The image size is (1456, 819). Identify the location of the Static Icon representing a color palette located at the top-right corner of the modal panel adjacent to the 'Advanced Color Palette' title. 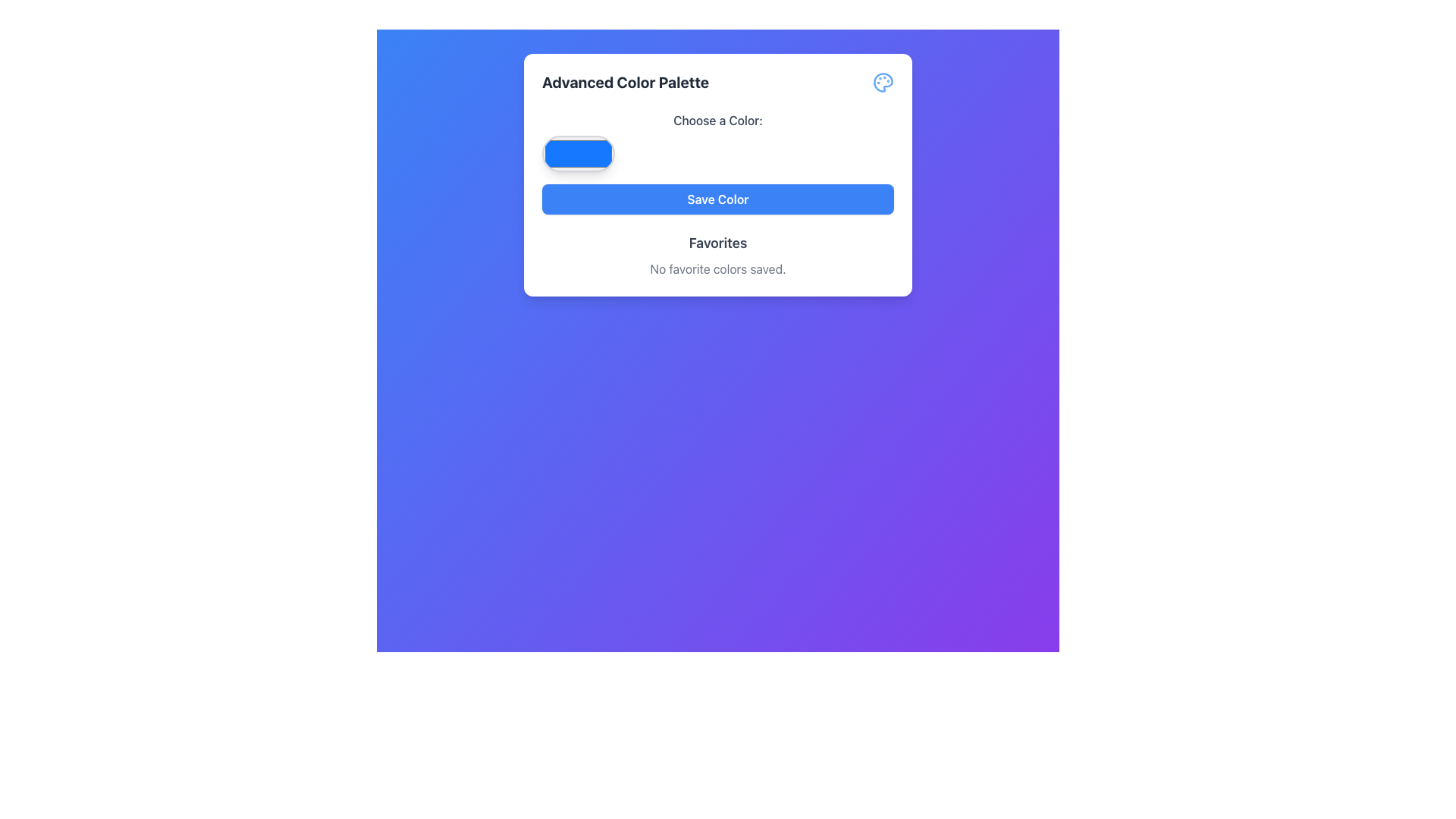
(883, 82).